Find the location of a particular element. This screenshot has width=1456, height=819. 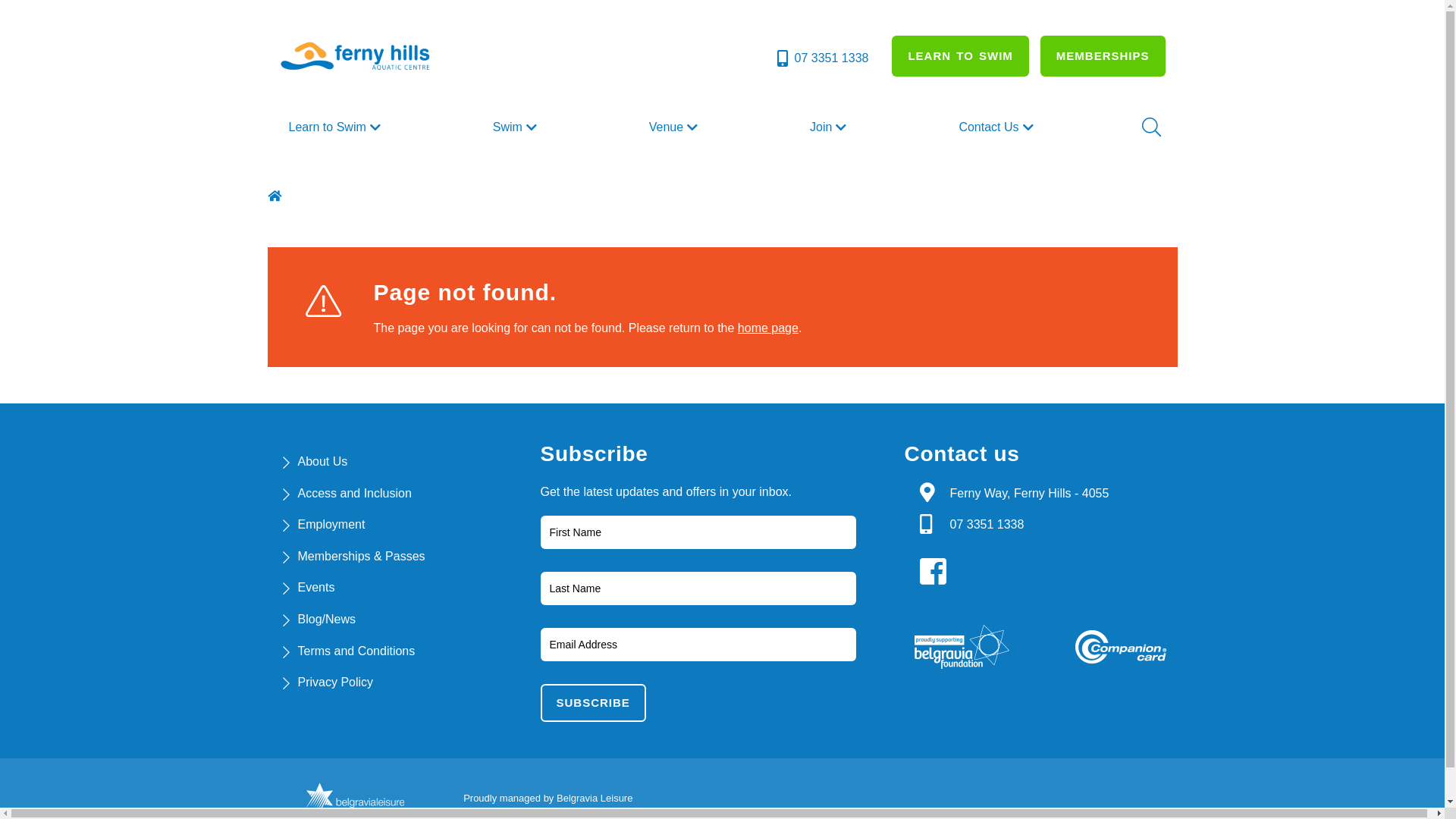

'Learn to Swim' is located at coordinates (334, 127).